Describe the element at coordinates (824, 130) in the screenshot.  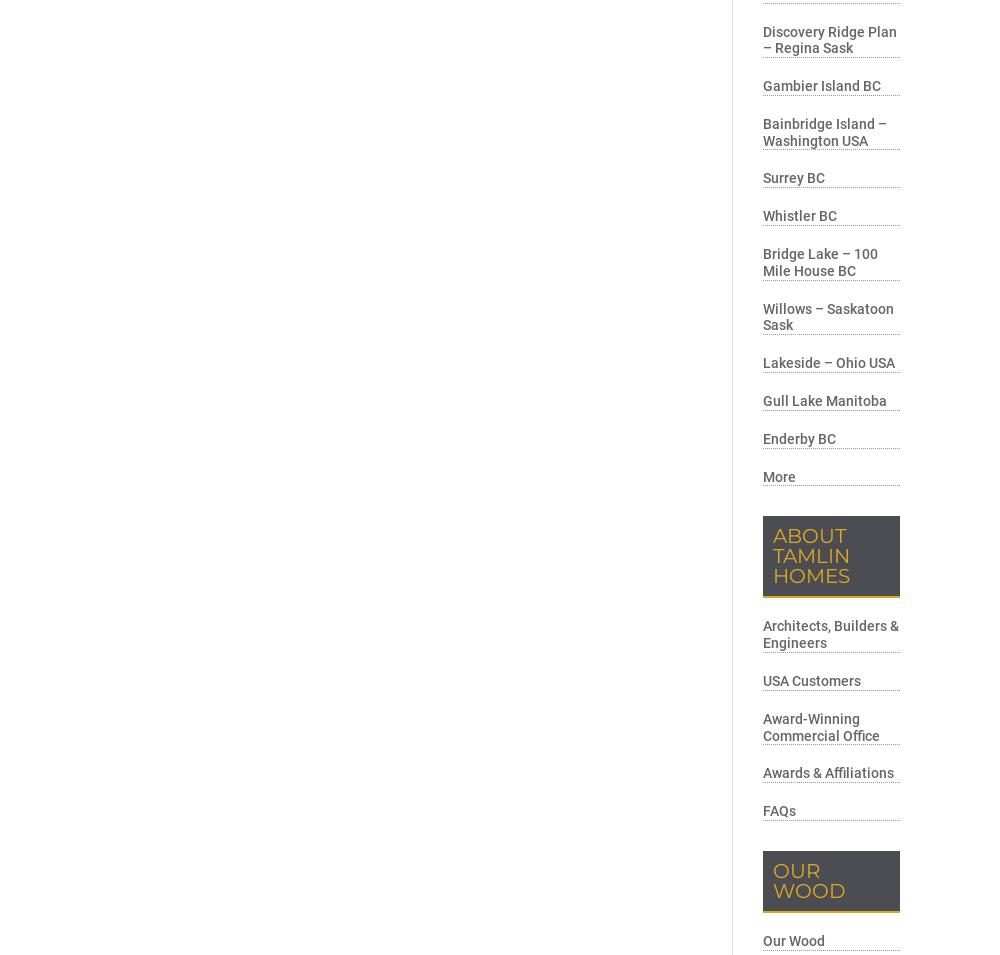
I see `'Bainbridge Island – Washington USA'` at that location.